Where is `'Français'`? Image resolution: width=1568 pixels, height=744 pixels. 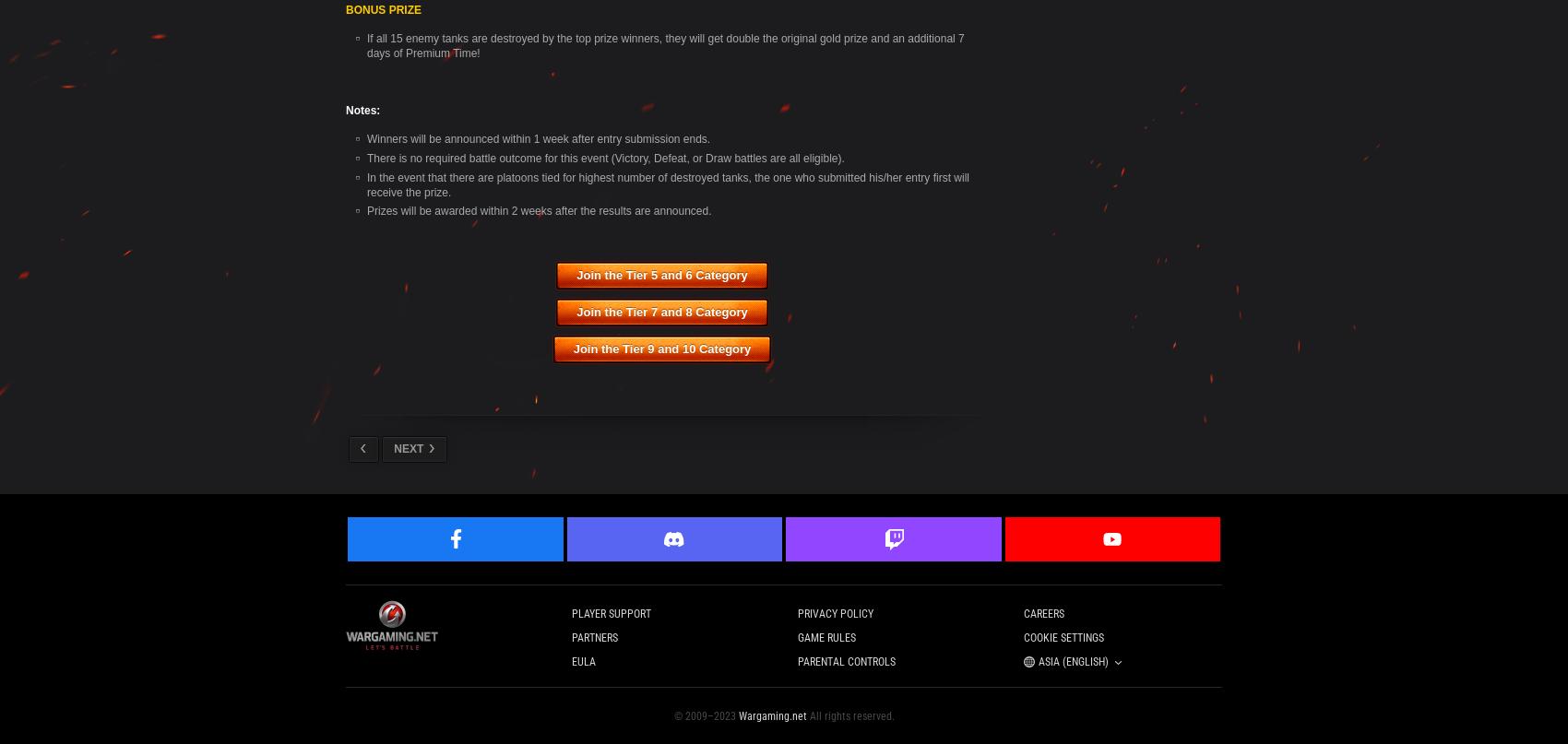
'Français' is located at coordinates (477, 384).